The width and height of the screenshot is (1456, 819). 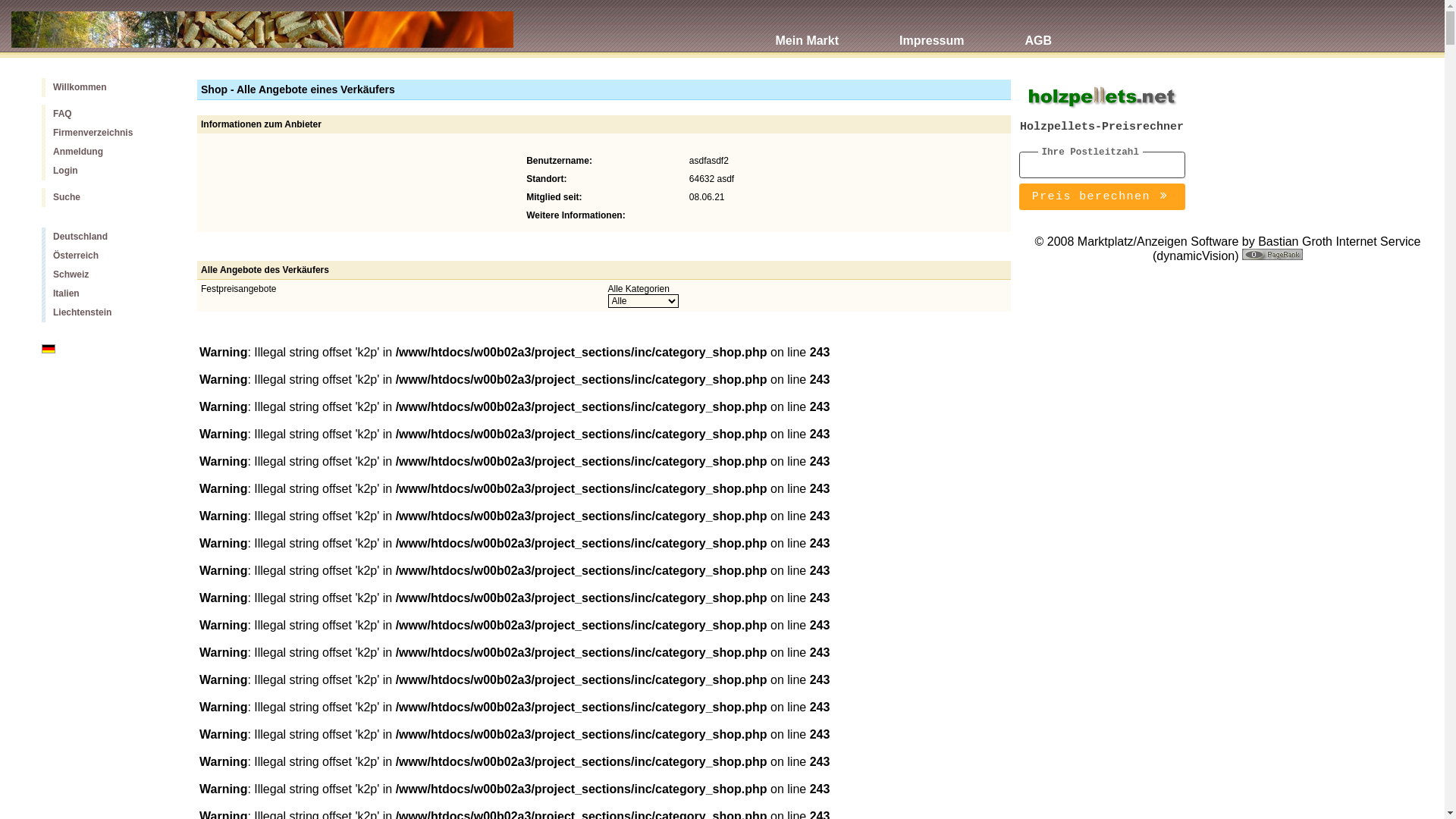 I want to click on 'Impressum', so click(x=930, y=32).